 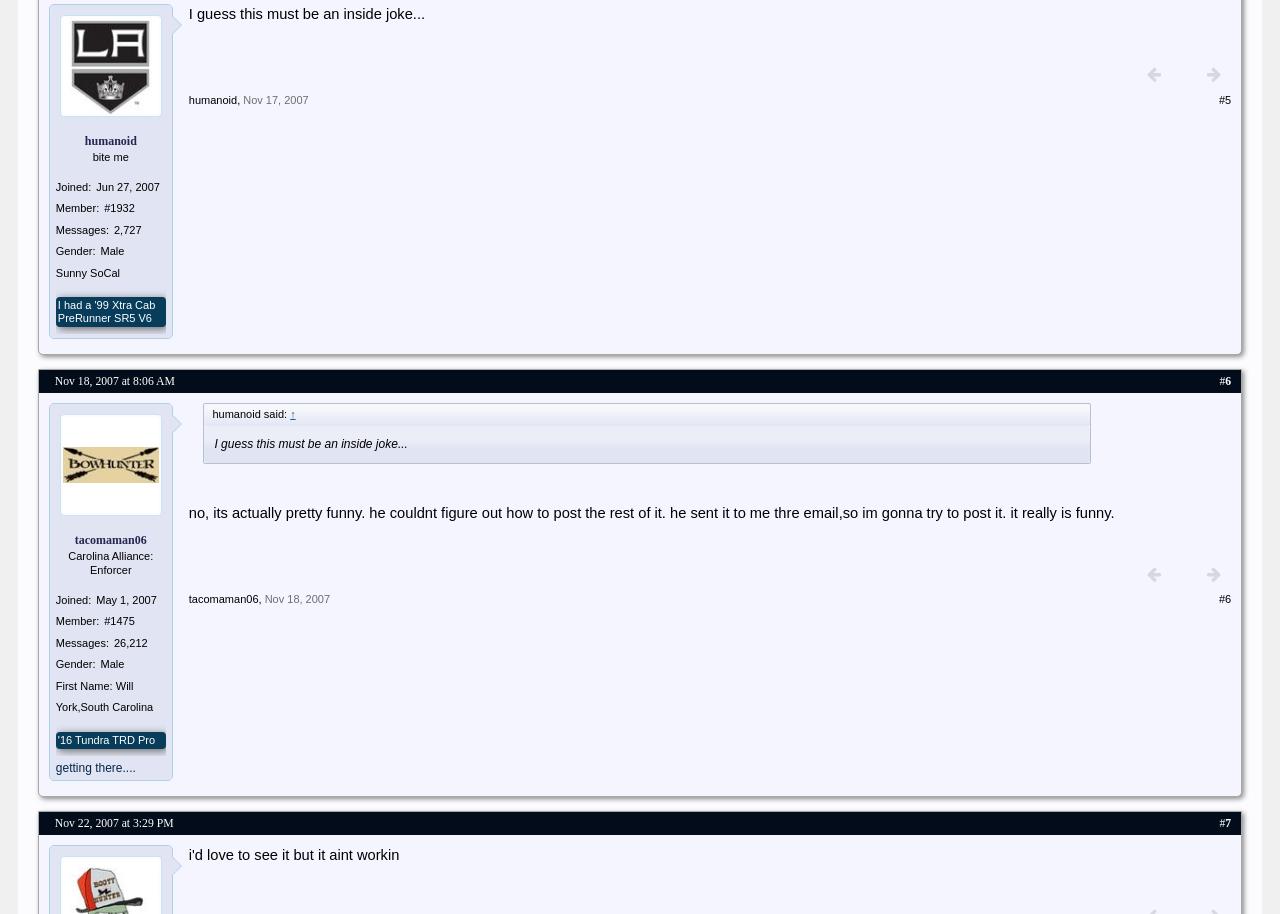 I want to click on 'i'd love to see it but it aint workin', so click(x=292, y=854).